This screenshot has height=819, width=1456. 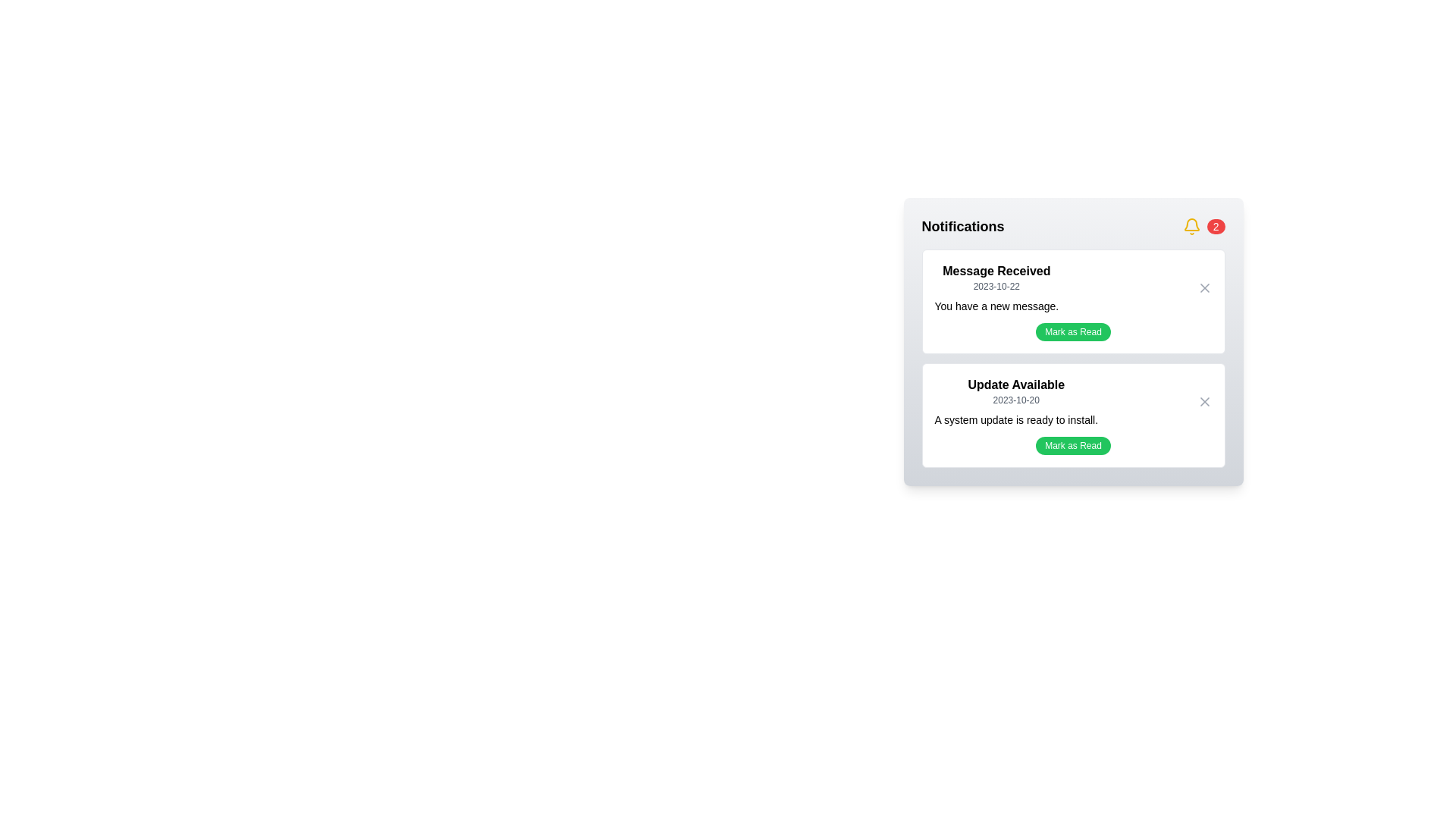 I want to click on the static text label displaying 'You have a new message.' located in the first notification card of the 'Notifications' panel, so click(x=996, y=306).